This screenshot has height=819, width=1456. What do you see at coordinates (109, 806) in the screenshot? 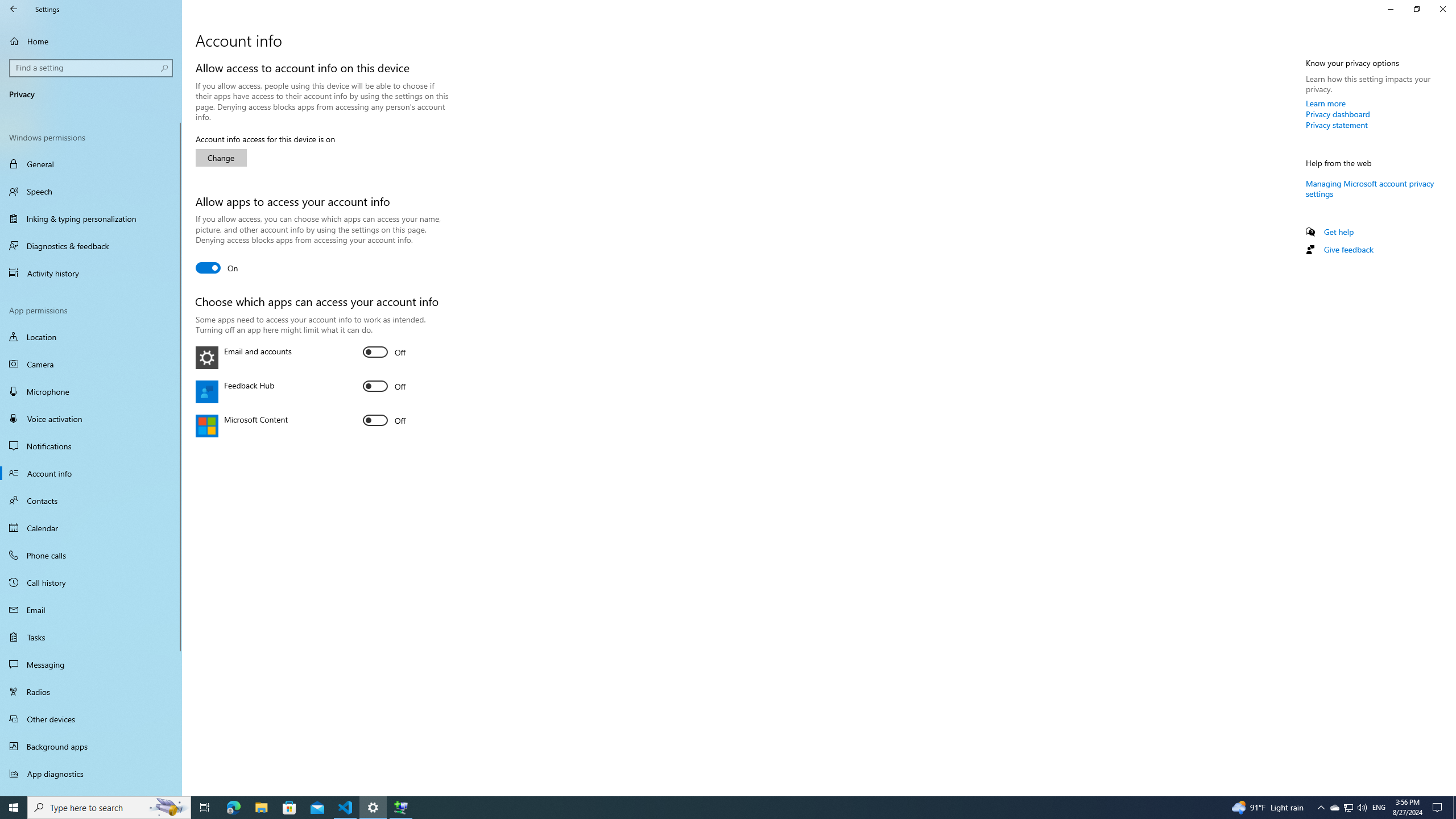
I see `'Type here to search'` at bounding box center [109, 806].